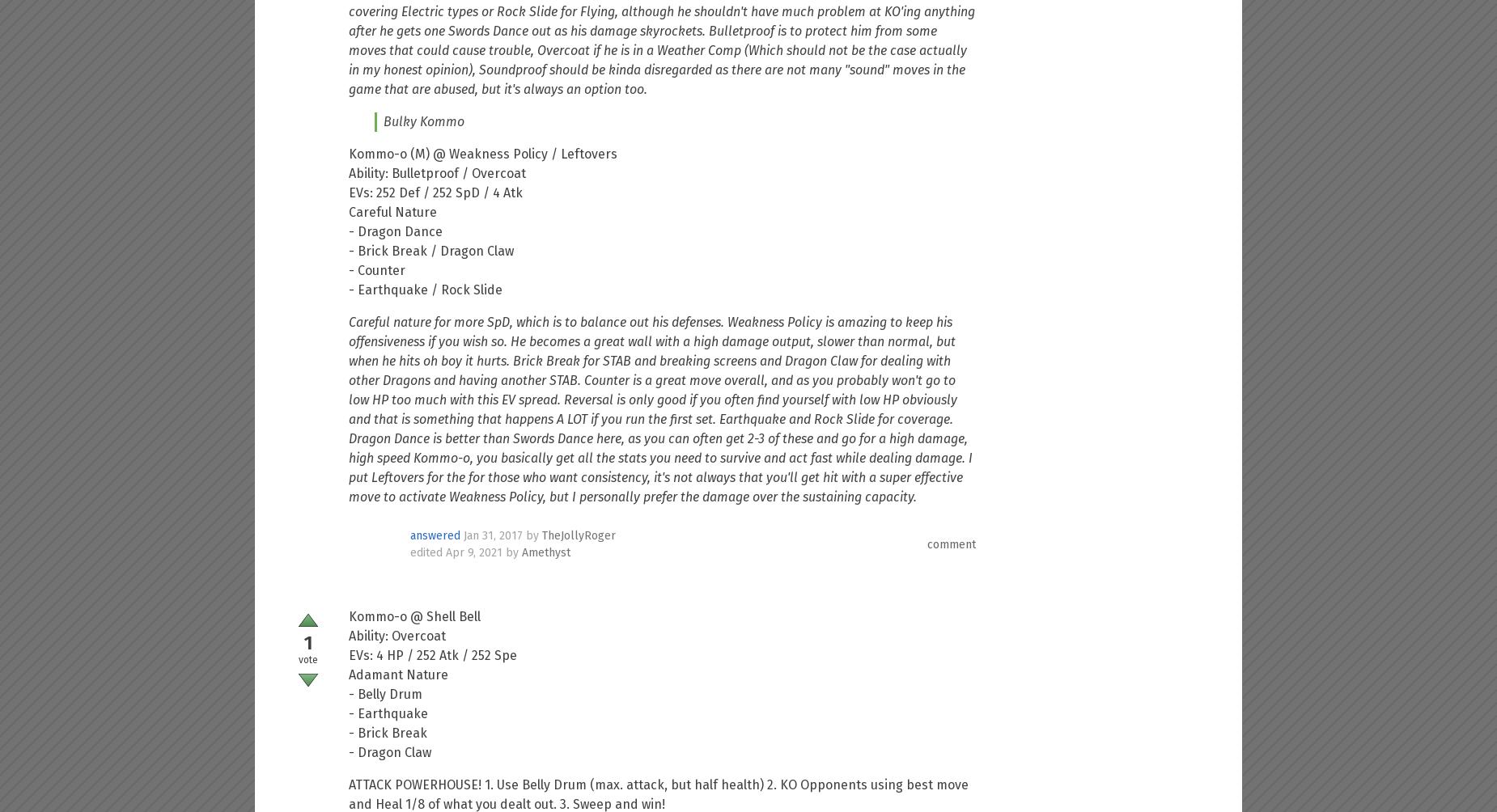 The width and height of the screenshot is (1497, 812). Describe the element at coordinates (388, 713) in the screenshot. I see `'- Earthquake'` at that location.